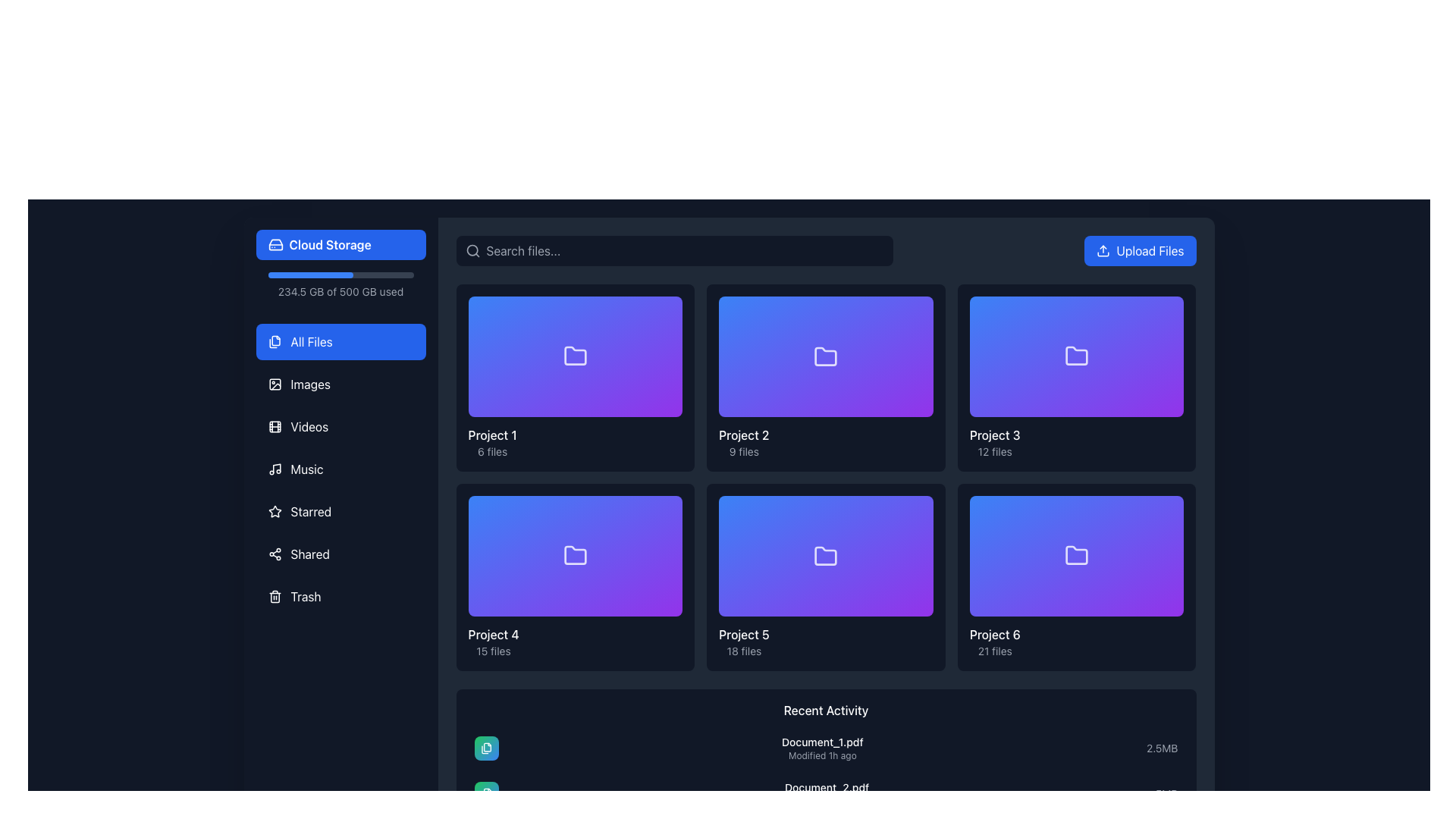 The image size is (1456, 819). Describe the element at coordinates (309, 275) in the screenshot. I see `the filled portion of the progress bar segment that indicates used storage space in the cloud storage system, located in the left sidebar beneath the 'Cloud Storage' label` at that location.